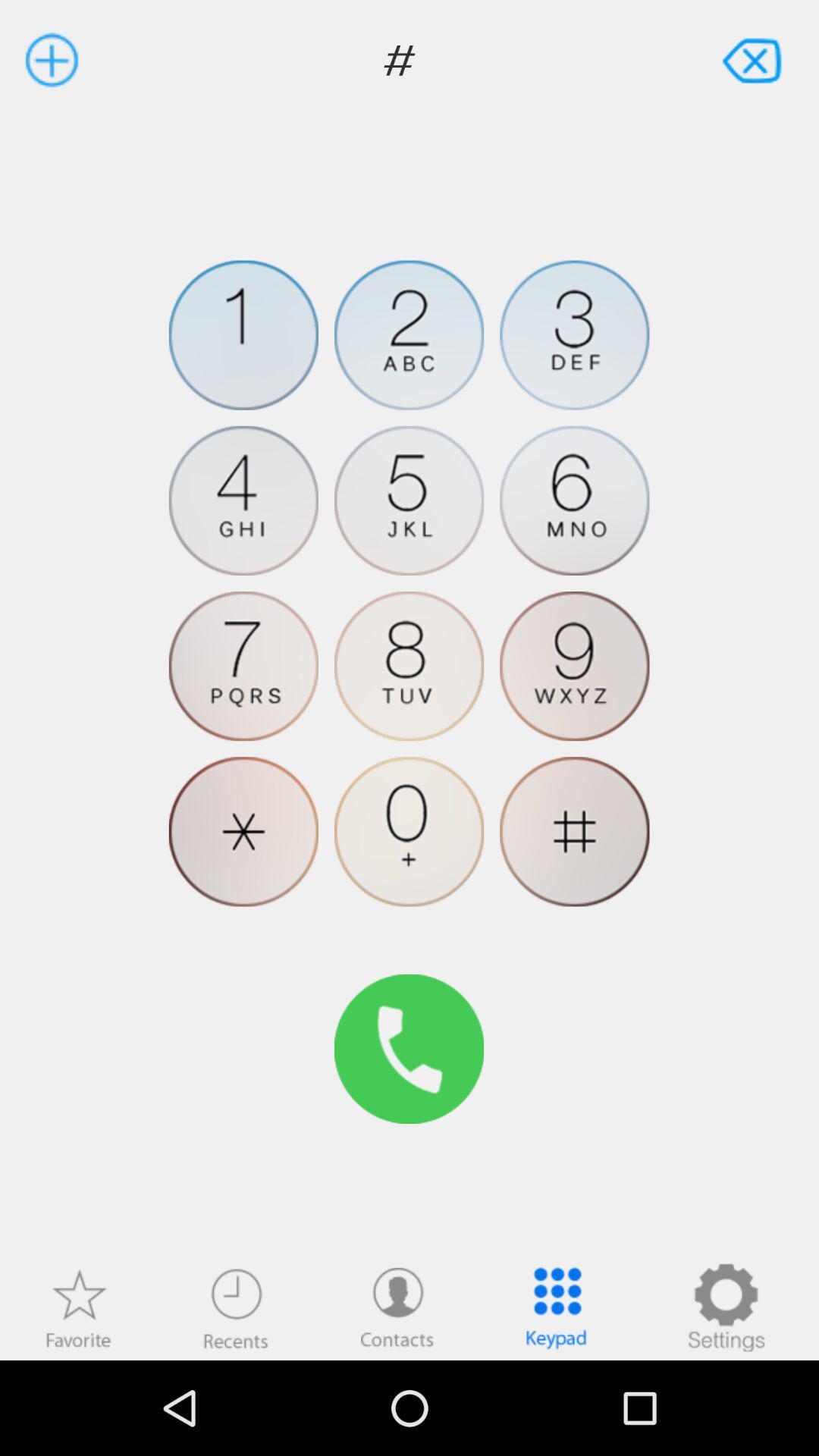  What do you see at coordinates (243, 830) in the screenshot?
I see `dial asterisk` at bounding box center [243, 830].